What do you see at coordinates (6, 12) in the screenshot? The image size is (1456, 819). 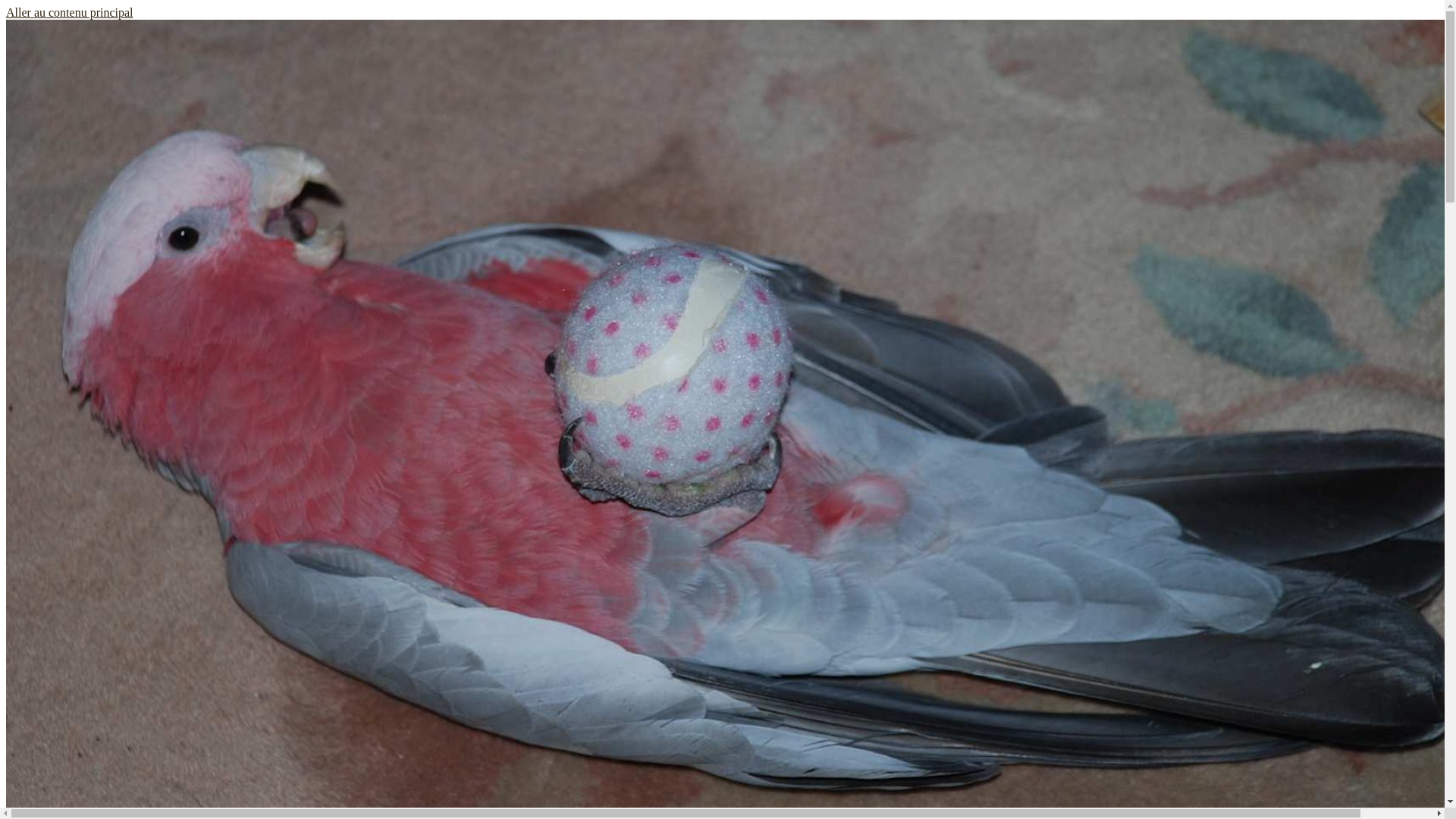 I see `'Aller au contenu principal'` at bounding box center [6, 12].